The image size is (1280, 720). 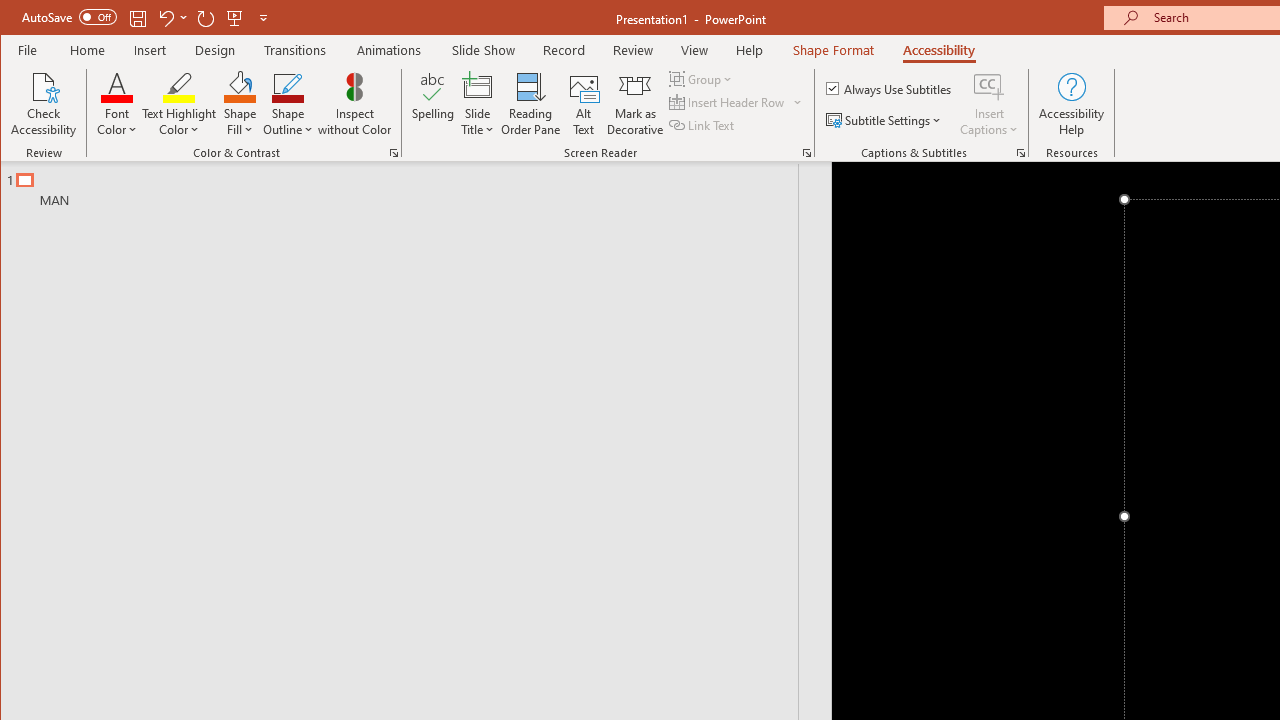 What do you see at coordinates (235, 17) in the screenshot?
I see `'From Beginning'` at bounding box center [235, 17].